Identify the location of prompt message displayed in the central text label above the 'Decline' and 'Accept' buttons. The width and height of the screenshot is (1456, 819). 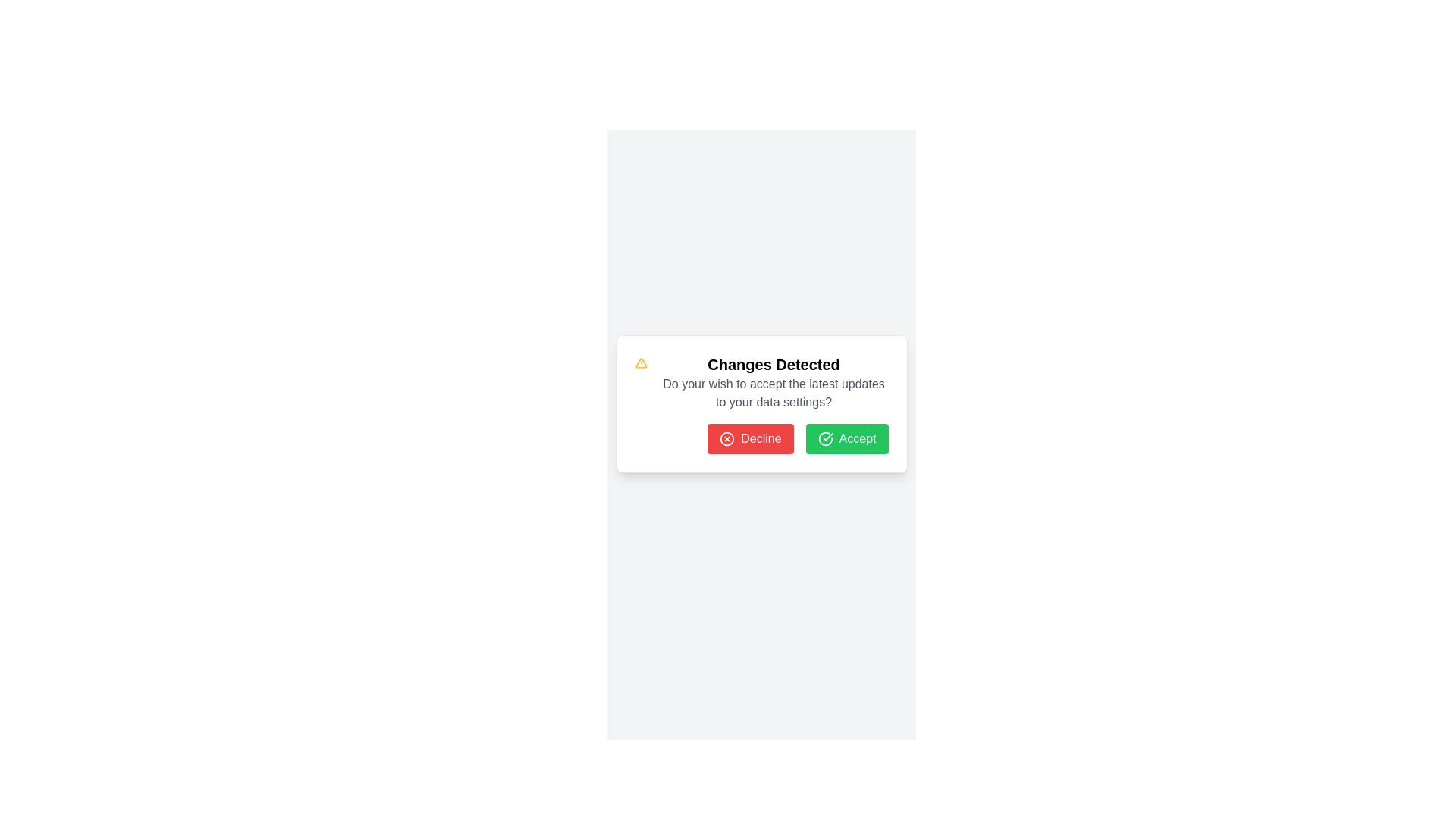
(773, 382).